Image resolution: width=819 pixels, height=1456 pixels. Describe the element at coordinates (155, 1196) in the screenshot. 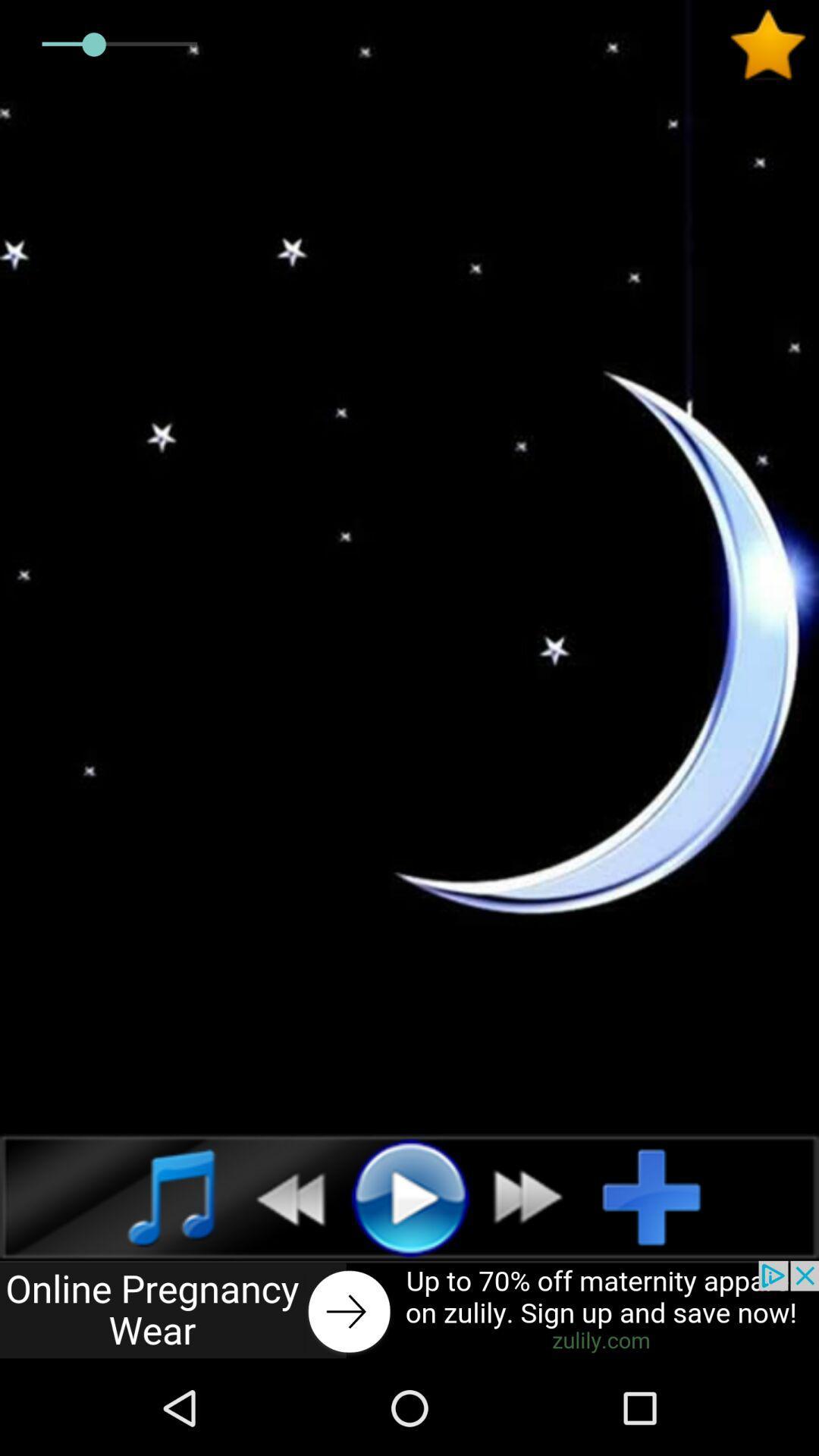

I see `music option` at that location.